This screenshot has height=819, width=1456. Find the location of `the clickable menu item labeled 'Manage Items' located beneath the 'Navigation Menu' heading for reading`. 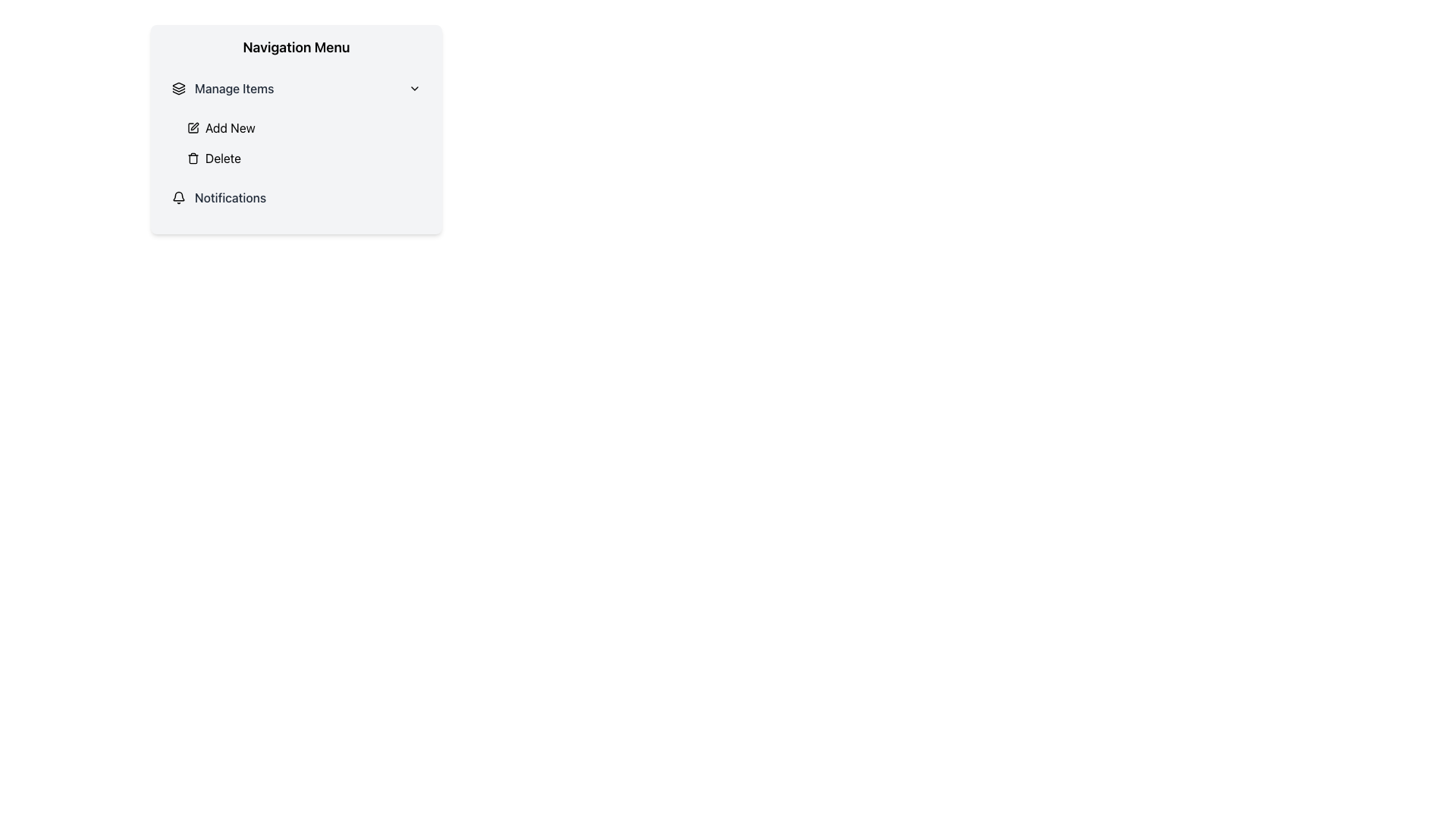

the clickable menu item labeled 'Manage Items' located beneath the 'Navigation Menu' heading for reading is located at coordinates (222, 88).